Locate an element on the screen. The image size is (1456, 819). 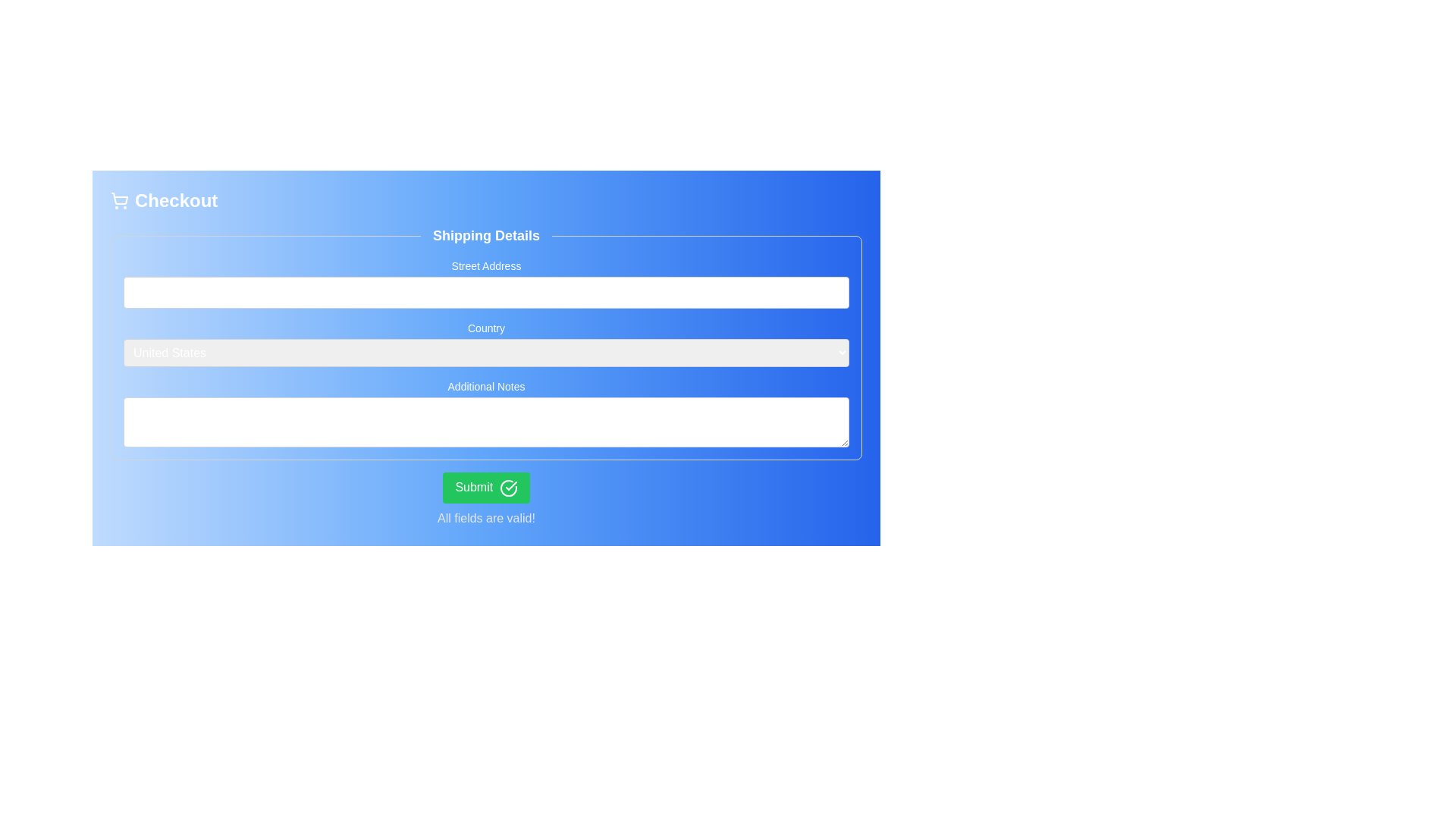
the green 'Submit' button with a confirmation checkmark is located at coordinates (486, 488).